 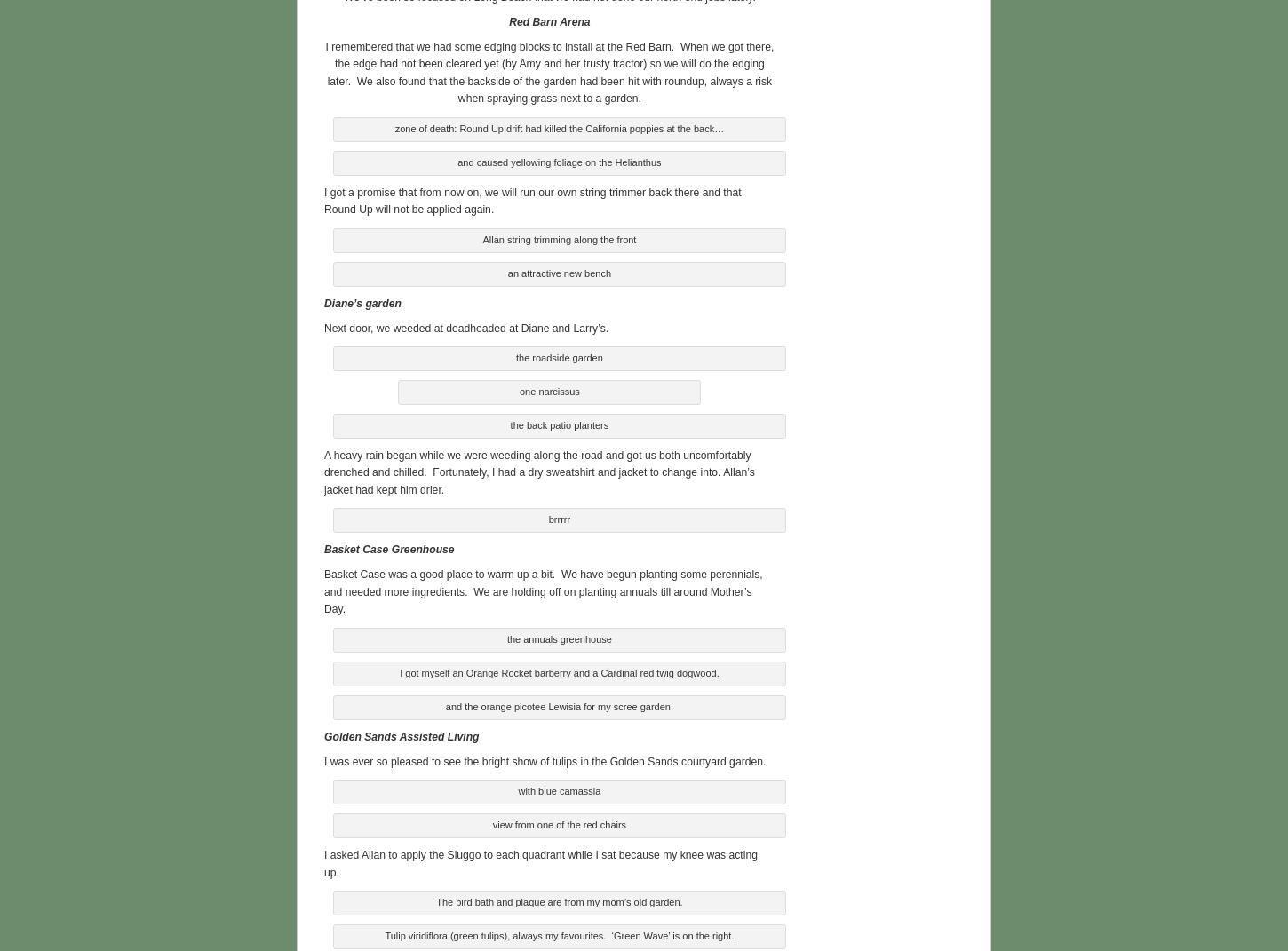 What do you see at coordinates (546, 518) in the screenshot?
I see `'brrrrr'` at bounding box center [546, 518].